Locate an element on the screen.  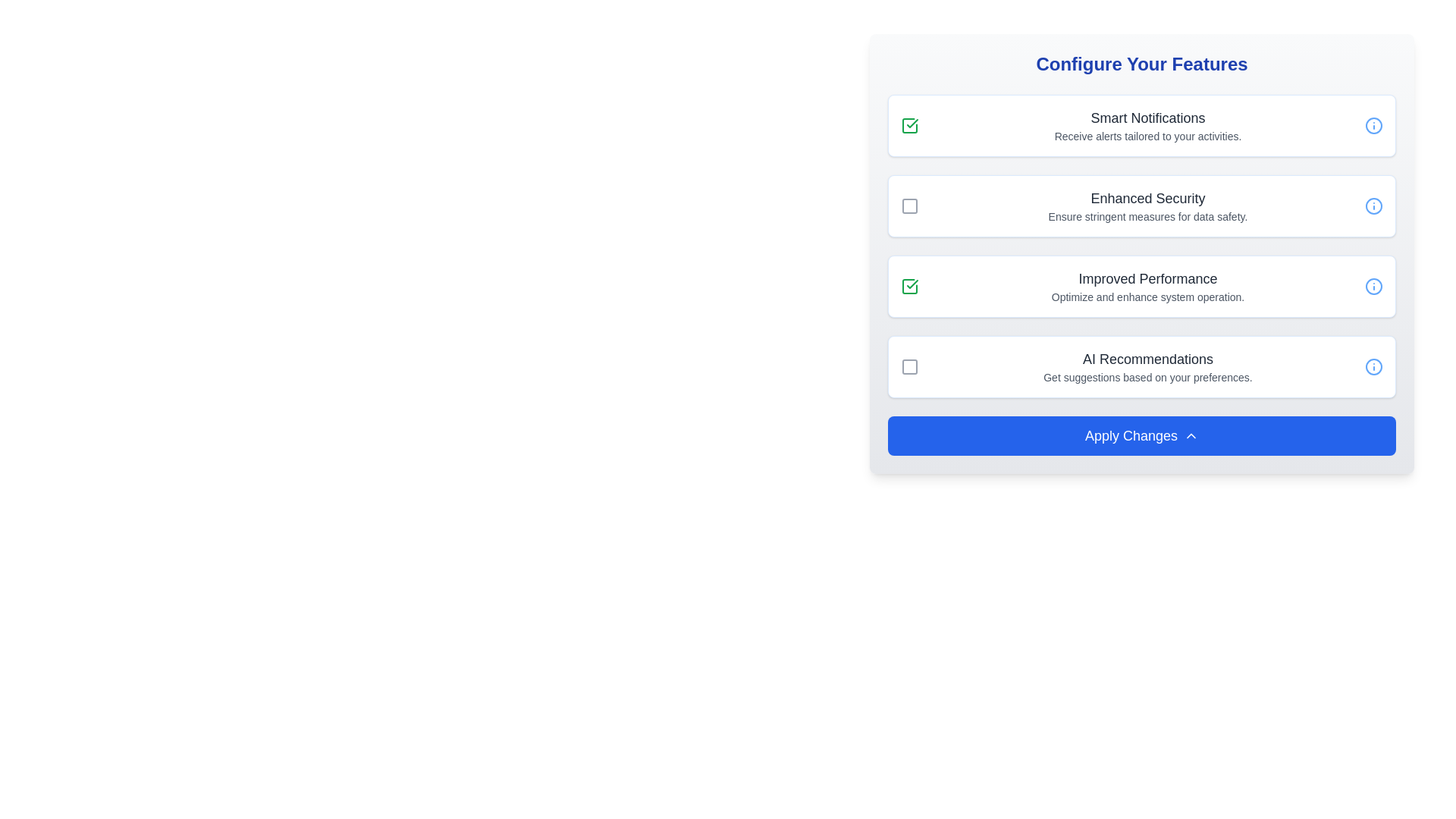
the 'Smart Notifications' title text label, which is located above the descriptive text in the feature configuration list is located at coordinates (1147, 117).